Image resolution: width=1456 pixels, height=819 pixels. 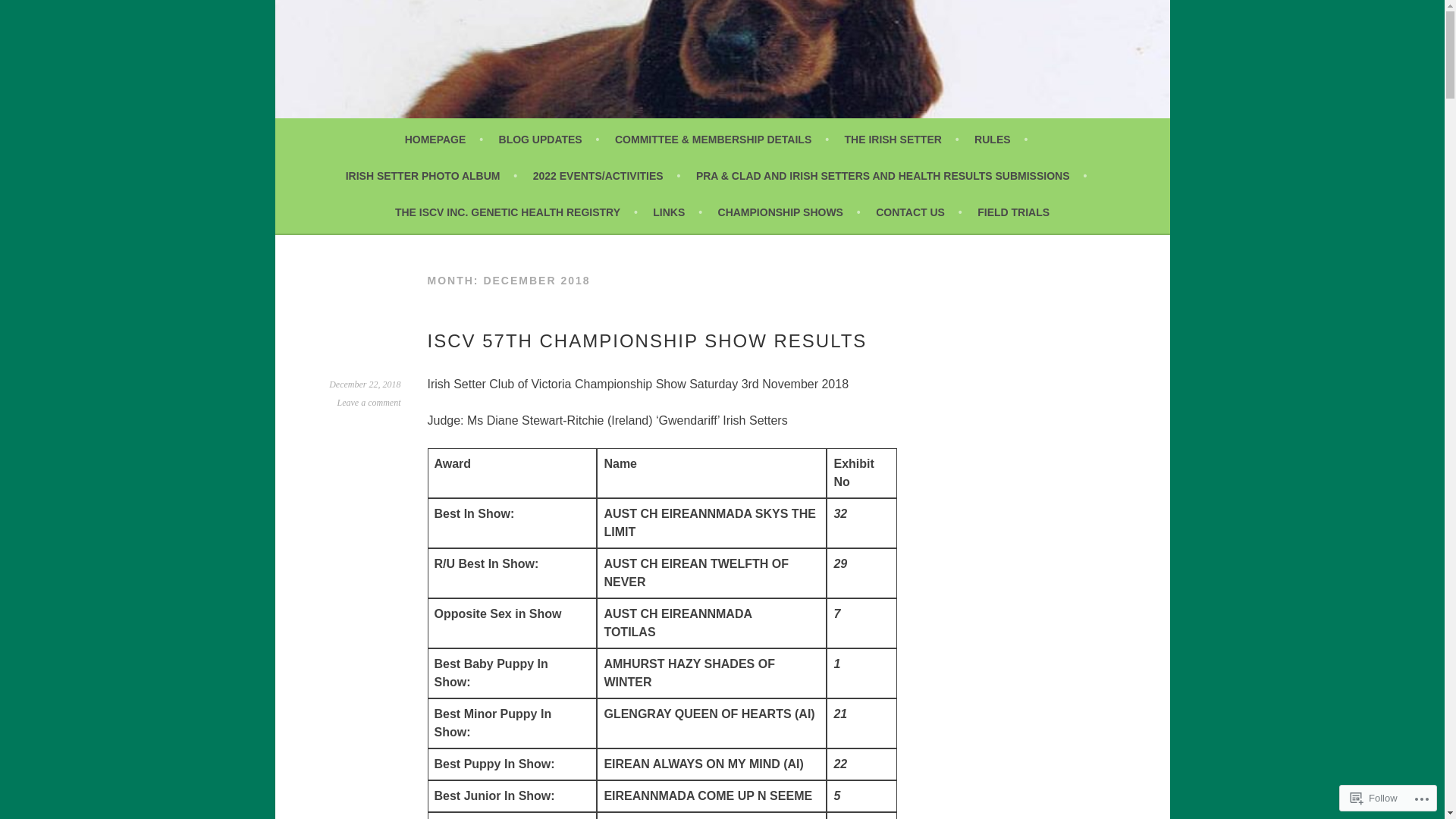 What do you see at coordinates (902, 140) in the screenshot?
I see `'THE IRISH SETTER'` at bounding box center [902, 140].